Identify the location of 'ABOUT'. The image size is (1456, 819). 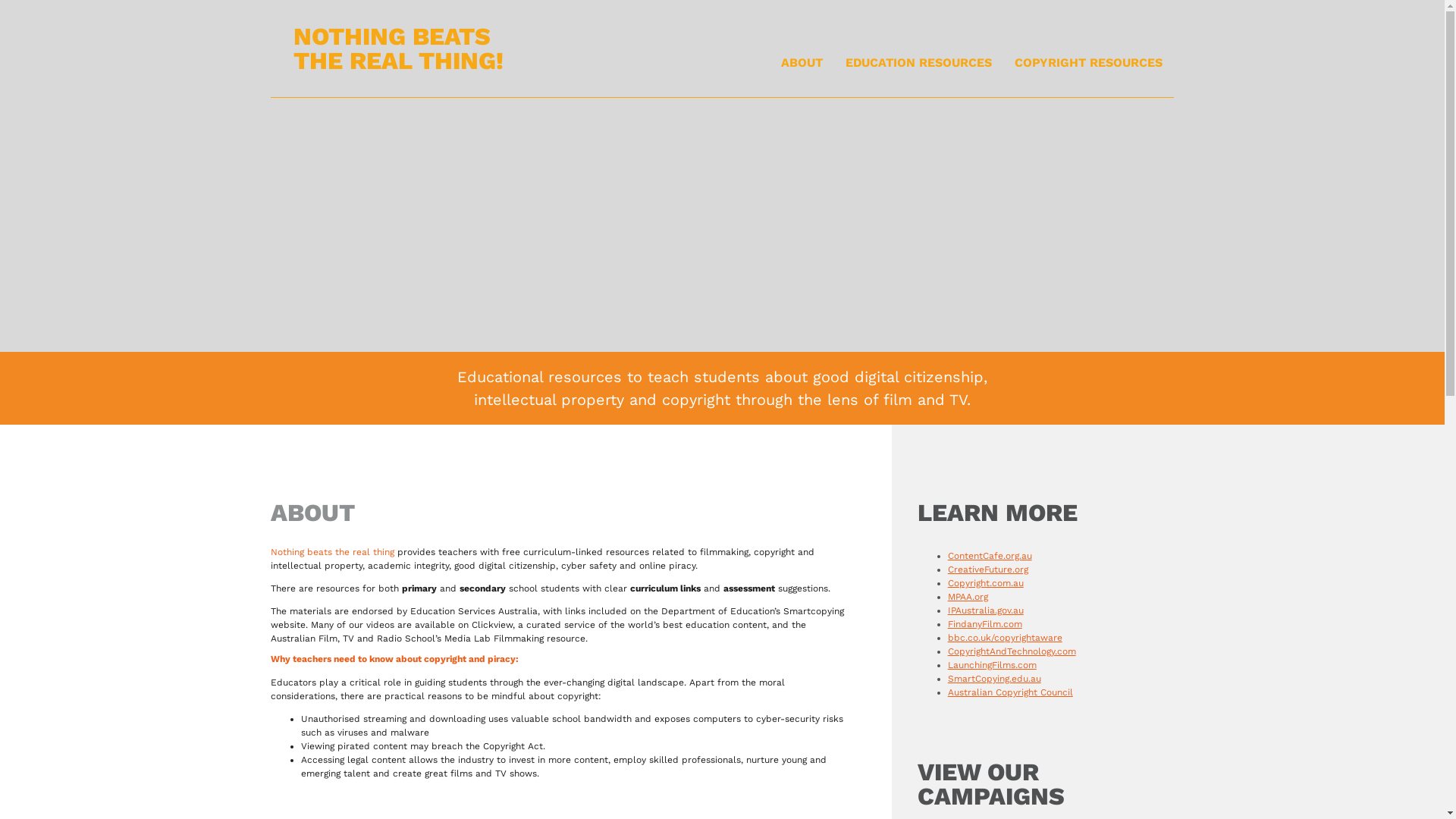
(801, 62).